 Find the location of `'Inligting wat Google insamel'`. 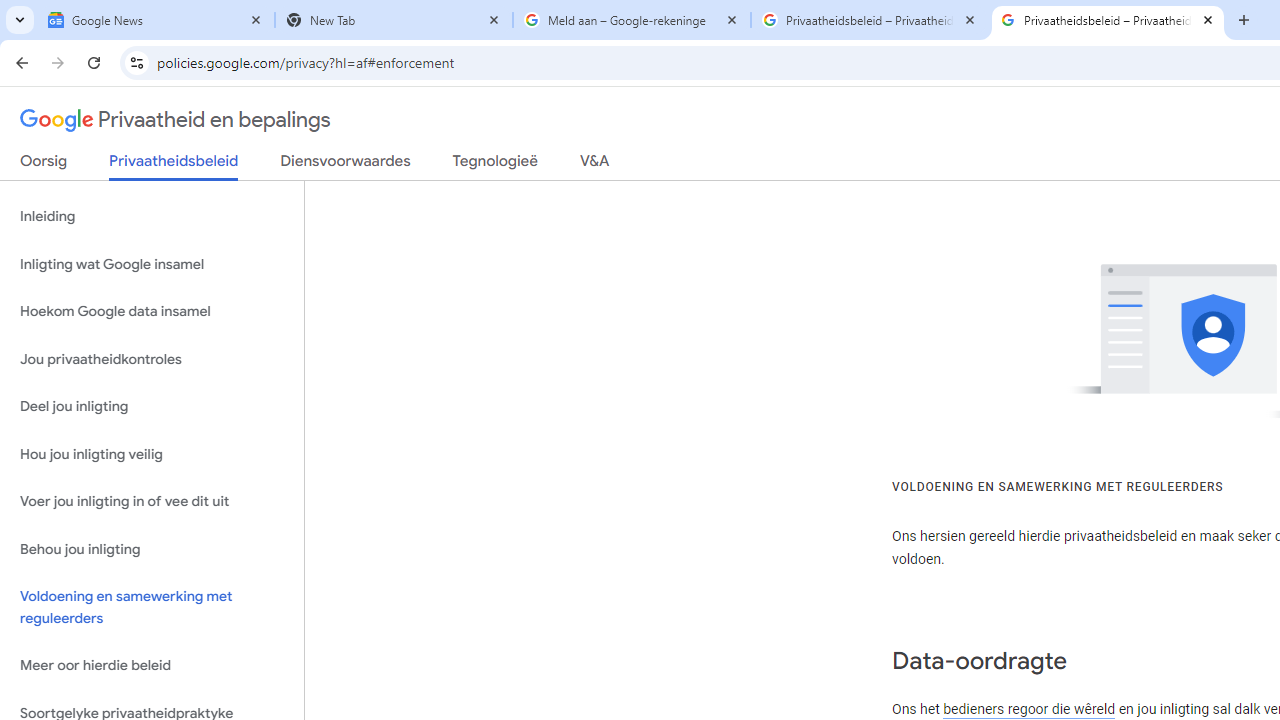

'Inligting wat Google insamel' is located at coordinates (151, 263).